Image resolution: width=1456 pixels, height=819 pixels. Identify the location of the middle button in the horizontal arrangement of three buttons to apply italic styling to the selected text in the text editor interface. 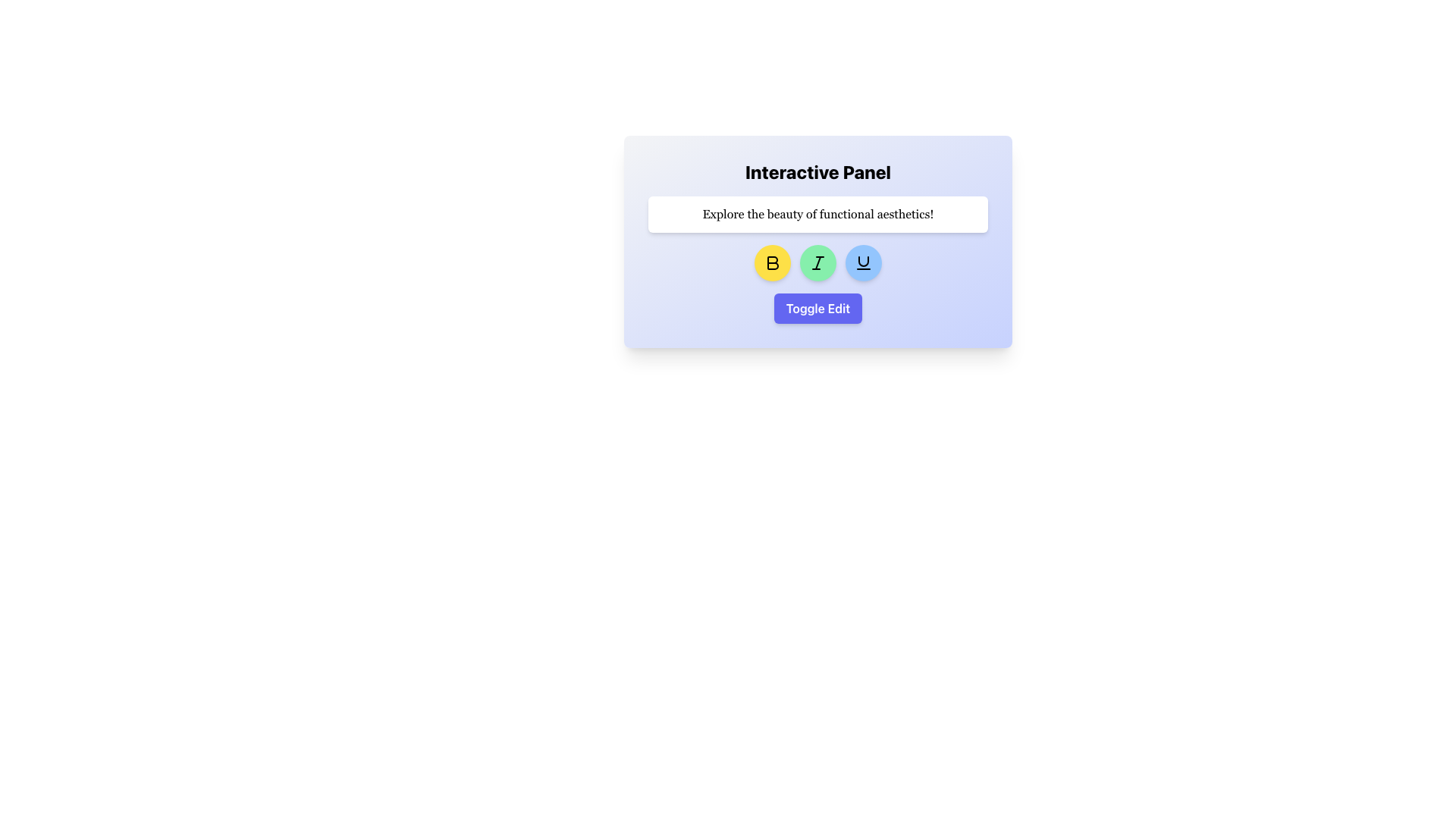
(817, 262).